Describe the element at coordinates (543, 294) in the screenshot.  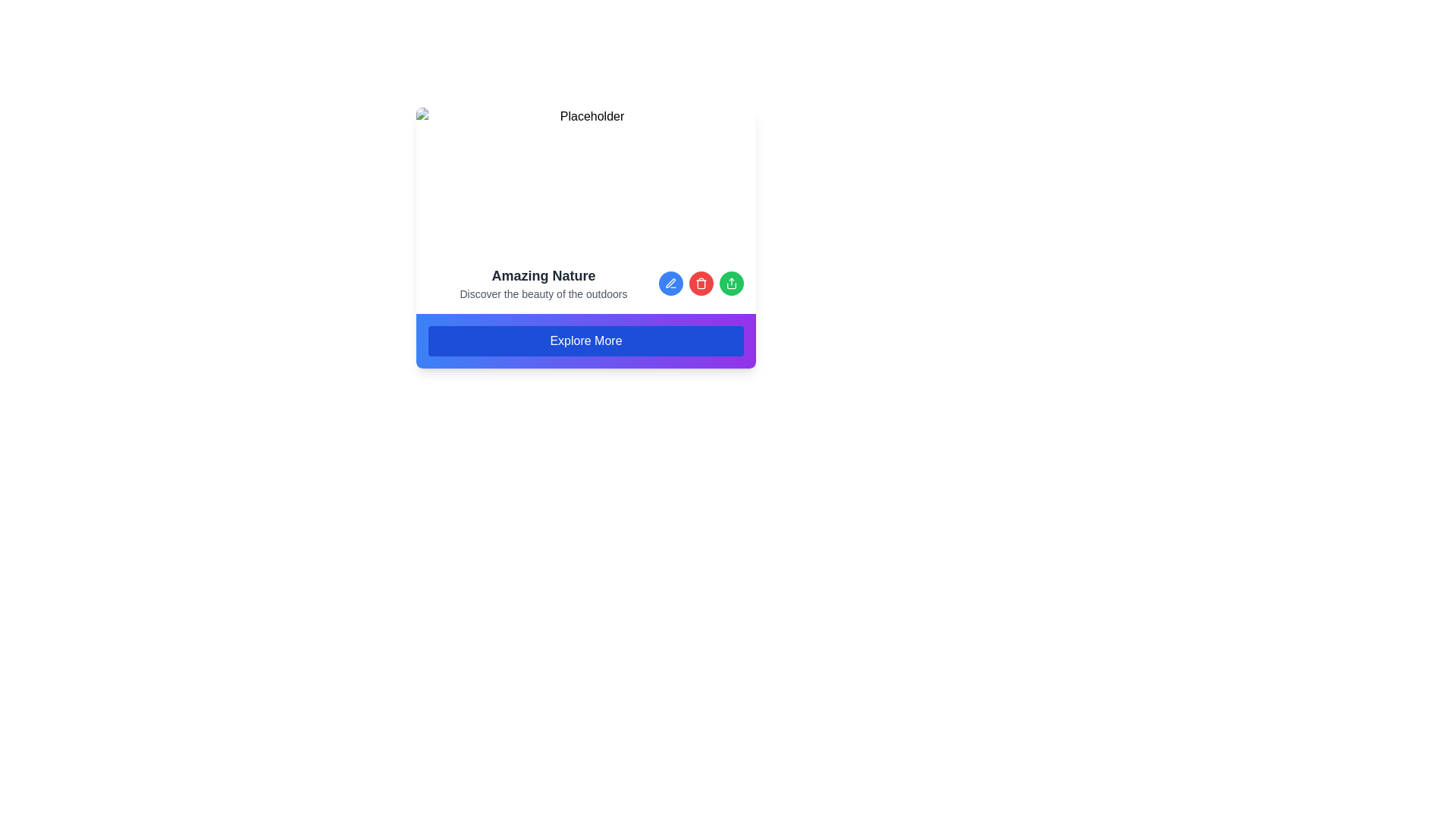
I see `text content of the small textual element displaying 'Discover the beauty of the outdoors', which is located below 'Amazing Nature' and above the 'Explore More' button` at that location.